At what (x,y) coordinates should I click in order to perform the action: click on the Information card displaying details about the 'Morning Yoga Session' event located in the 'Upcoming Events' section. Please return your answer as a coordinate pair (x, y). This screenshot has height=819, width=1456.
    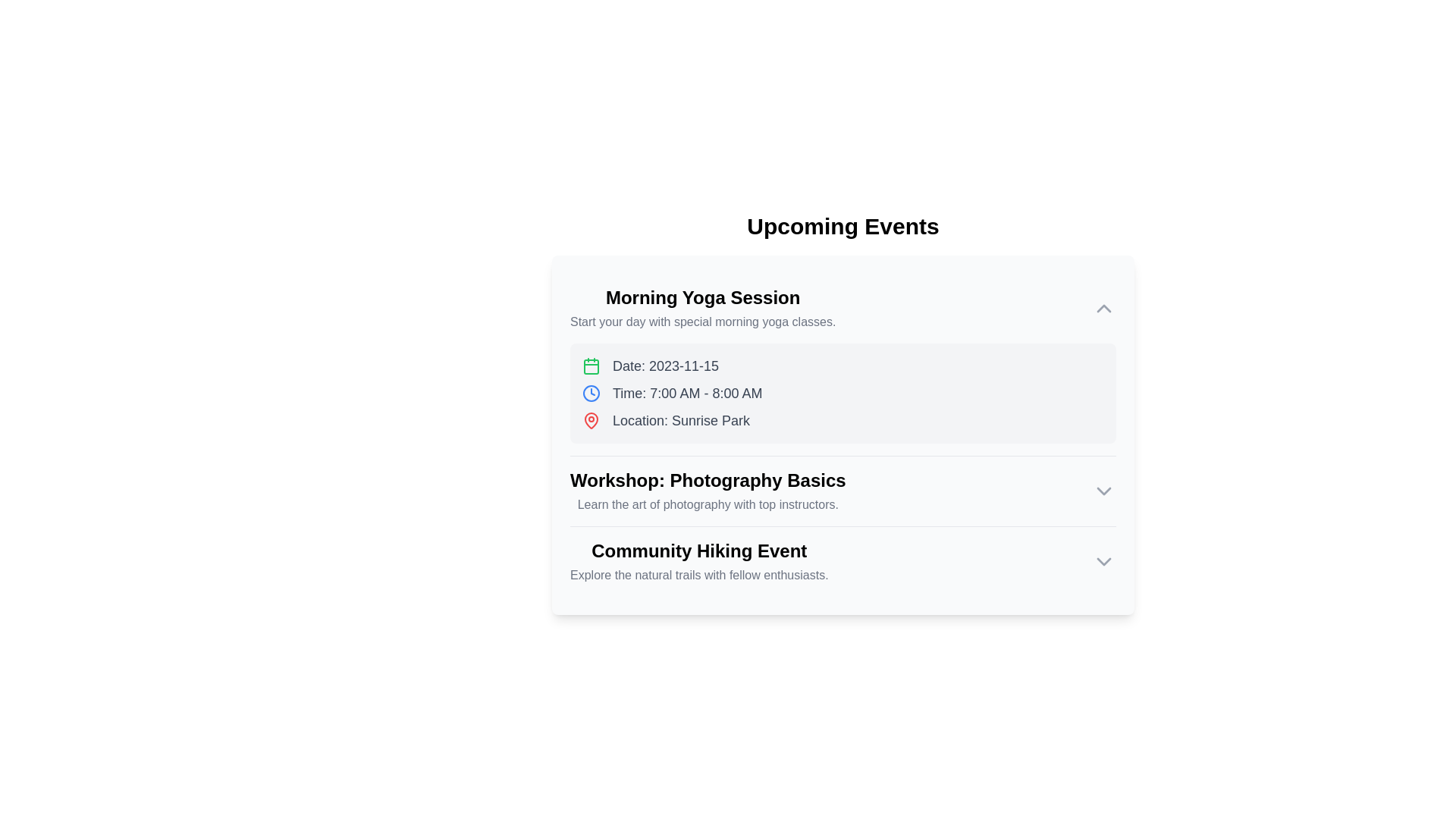
    Looking at the image, I should click on (843, 393).